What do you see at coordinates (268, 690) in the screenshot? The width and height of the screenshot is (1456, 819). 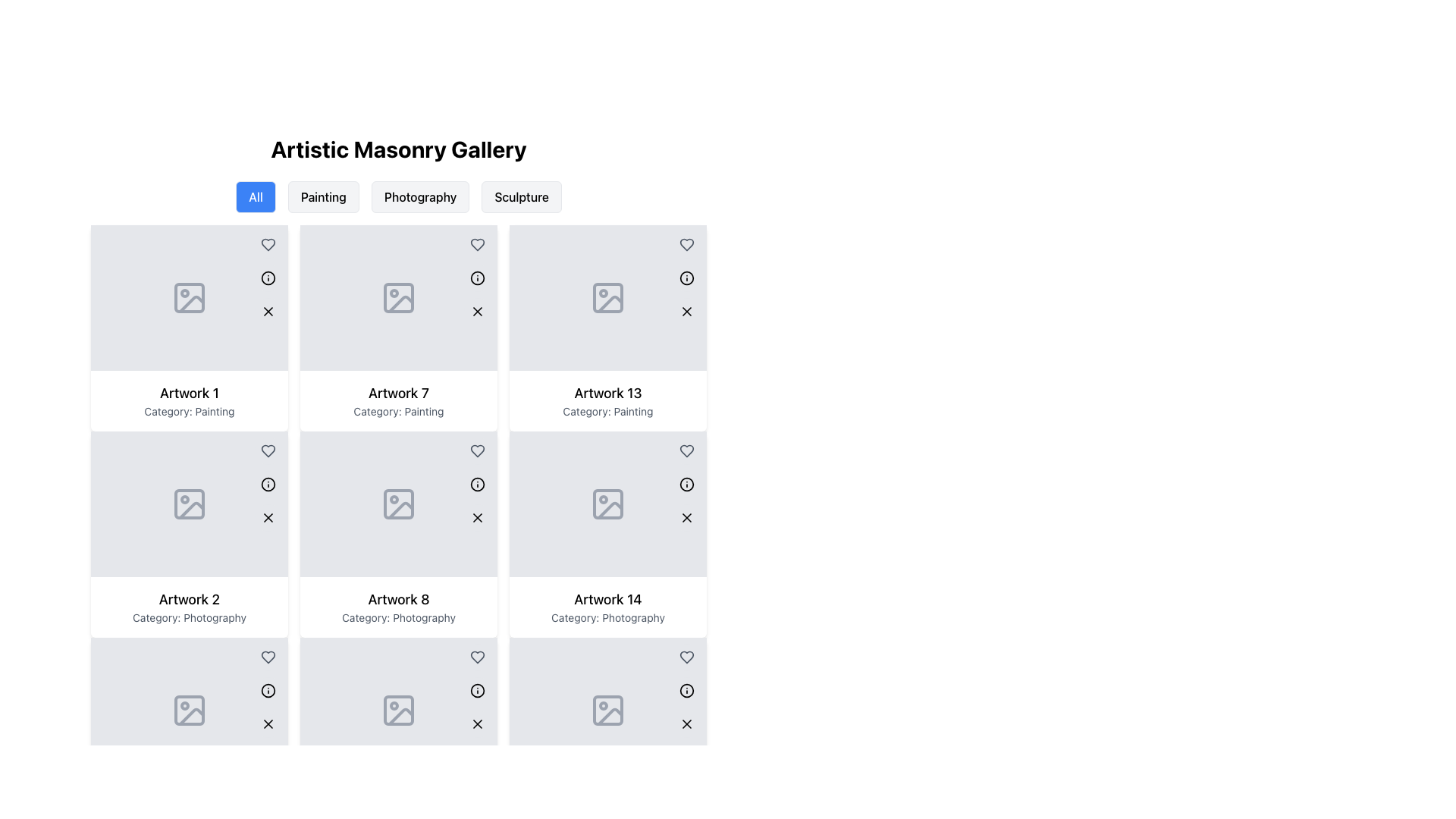 I see `the circular information icon in the bottom-left corner of the 'Artwork 2: Category: Photography' card` at bounding box center [268, 690].